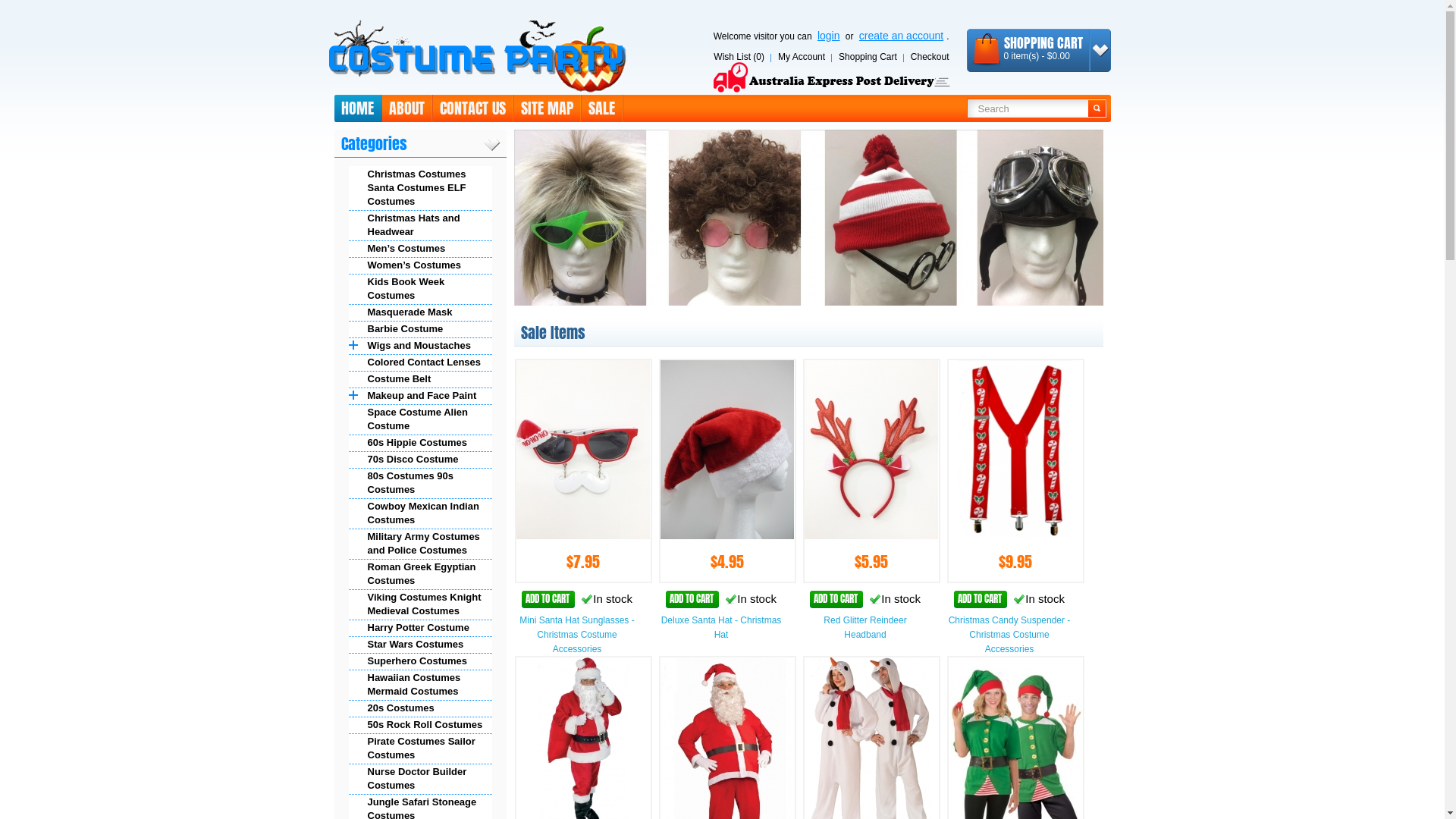 This screenshot has height=819, width=1456. Describe the element at coordinates (868, 56) in the screenshot. I see `'Shopping Cart'` at that location.